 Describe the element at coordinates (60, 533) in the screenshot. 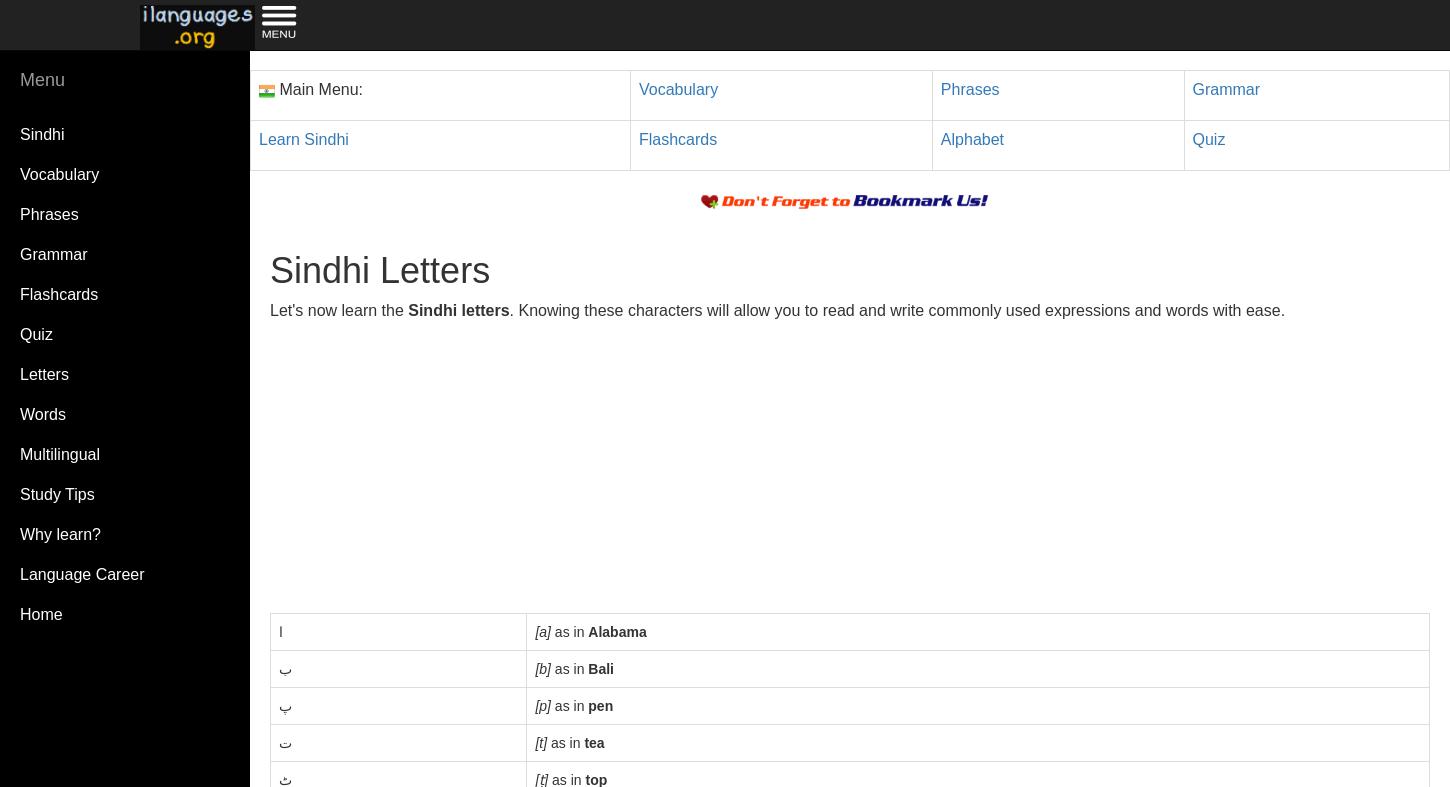

I see `'Why learn?'` at that location.